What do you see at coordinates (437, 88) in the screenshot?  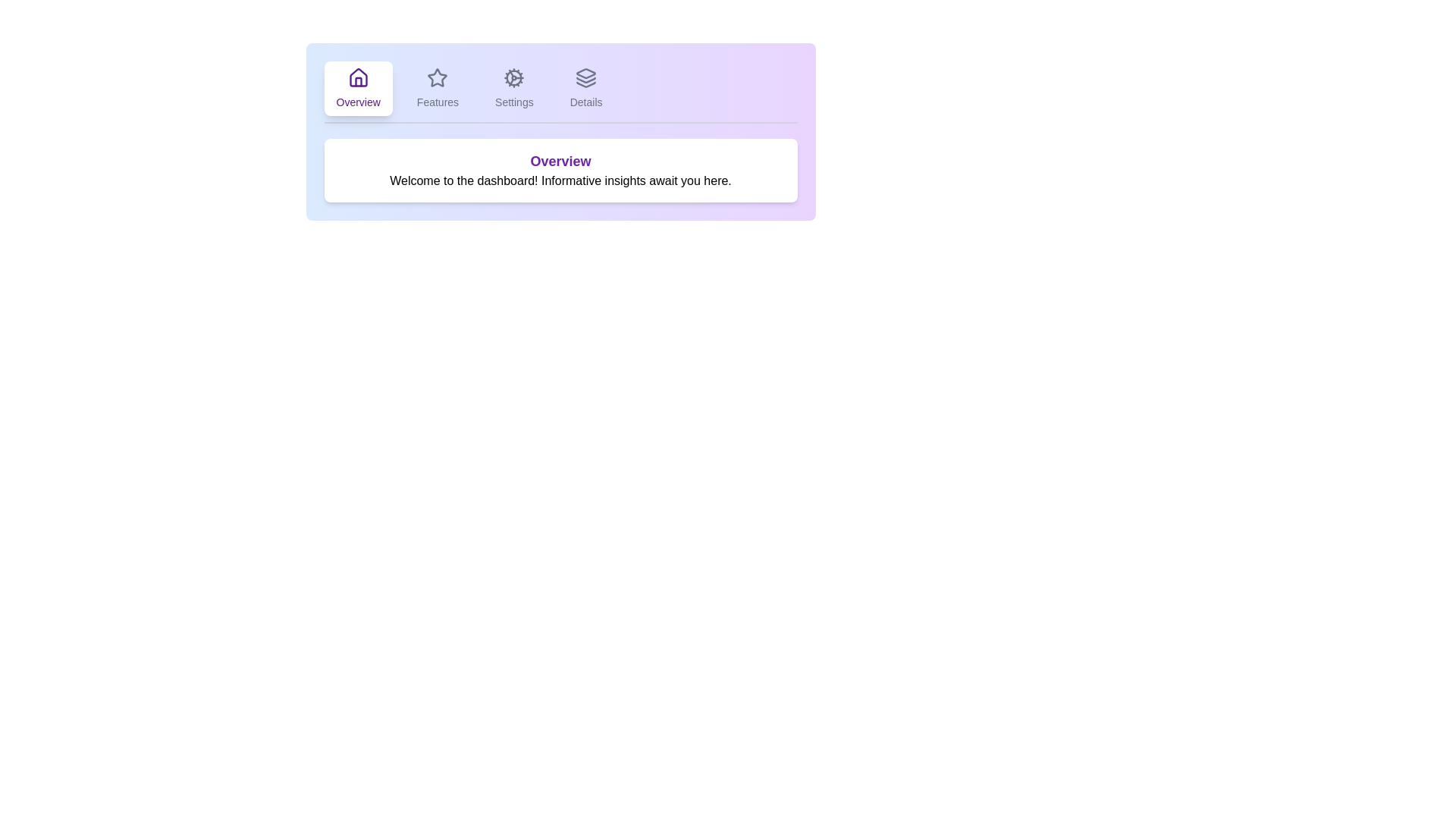 I see `the tab labeled Features` at bounding box center [437, 88].